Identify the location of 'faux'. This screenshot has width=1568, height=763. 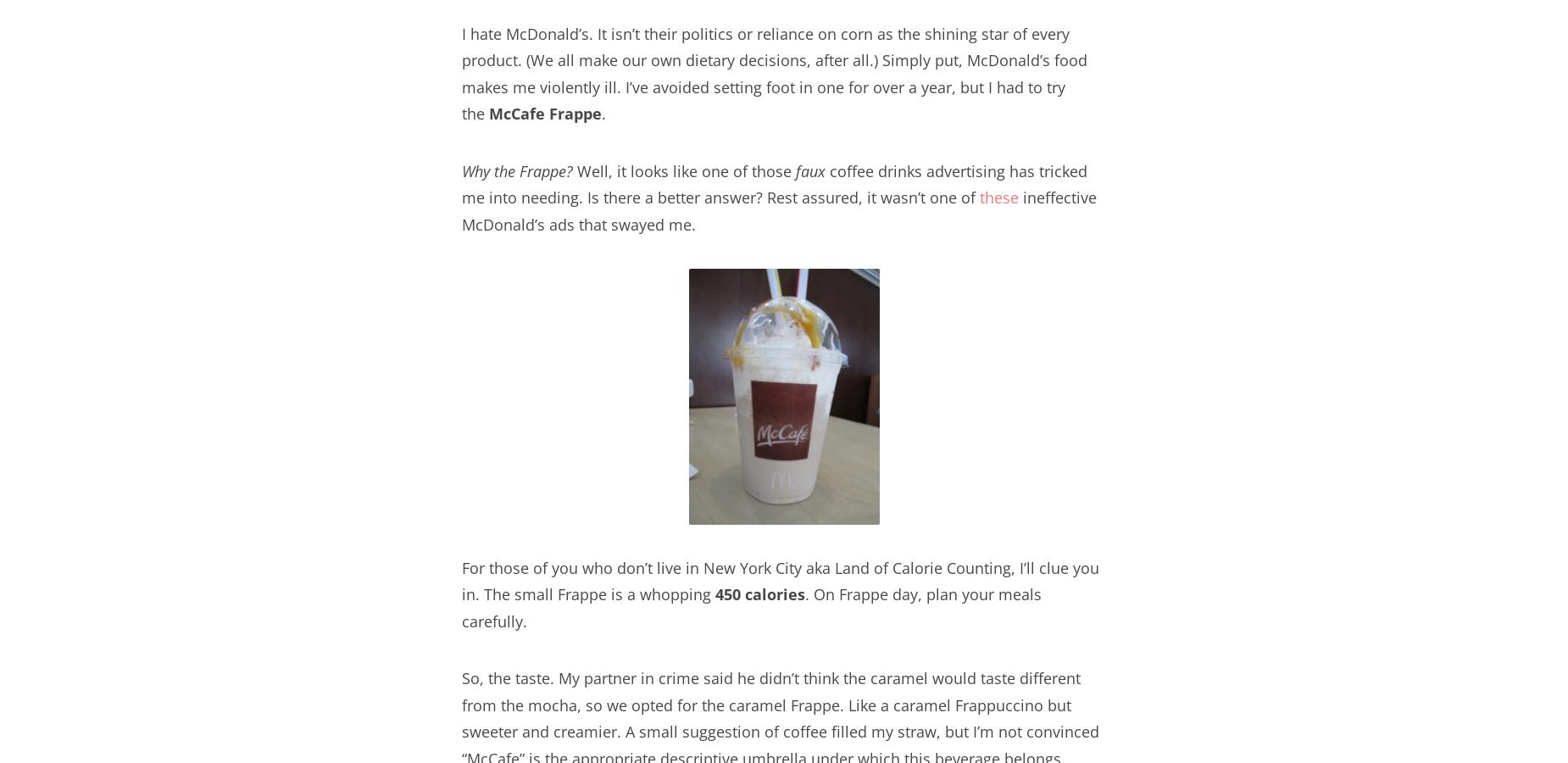
(809, 170).